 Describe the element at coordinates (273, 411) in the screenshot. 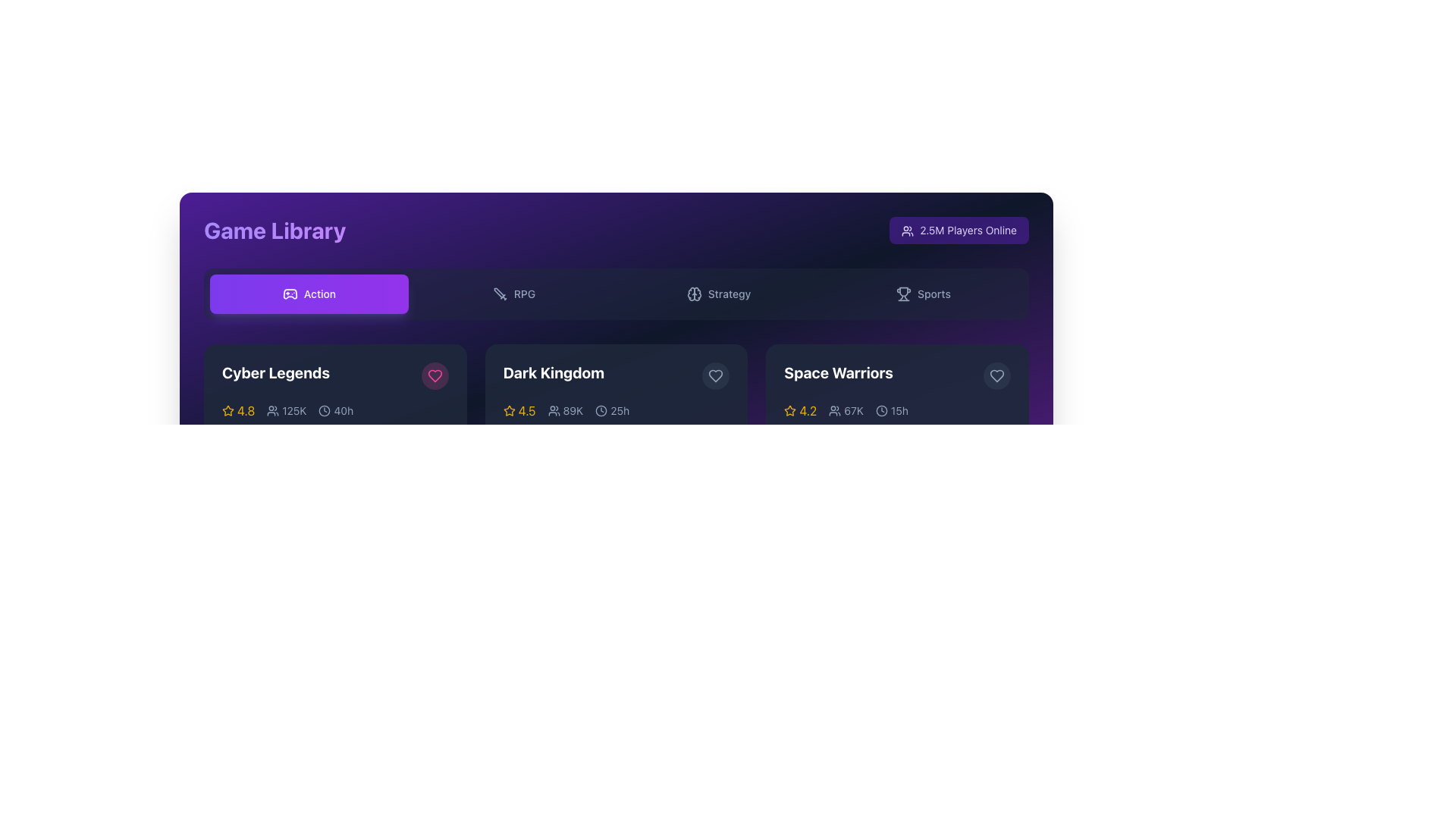

I see `the user group icon that is stylized with three users, positioned to the left of the '125K' text under the 'Cyber Legends' title in the action game category section` at that location.